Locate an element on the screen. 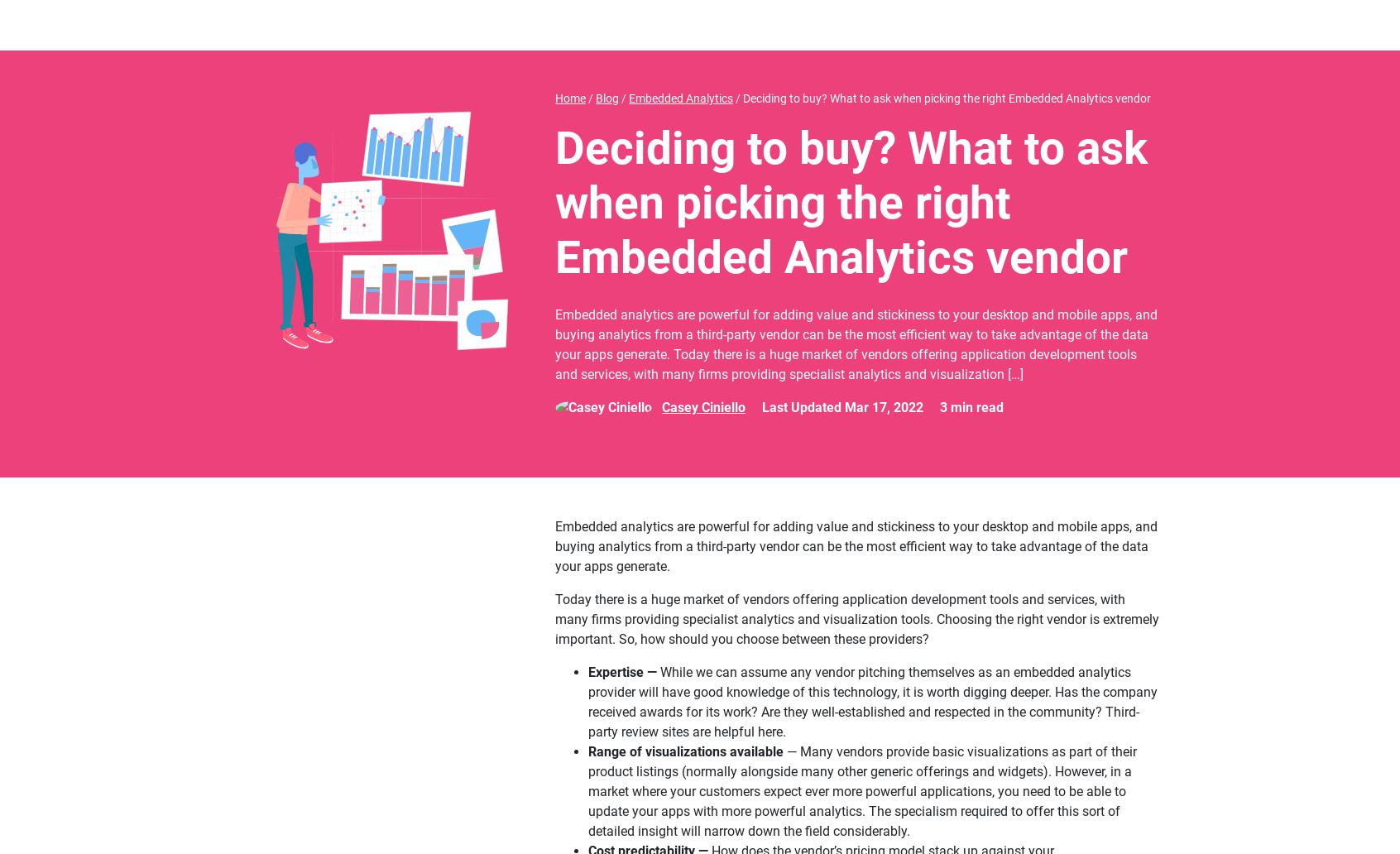 The width and height of the screenshot is (1400, 854). 'How easy is it to customize the service? Is it easy for you to modify the look and feel of the analytics tool so it looks and feels like the rest of your app?' is located at coordinates (870, 127).